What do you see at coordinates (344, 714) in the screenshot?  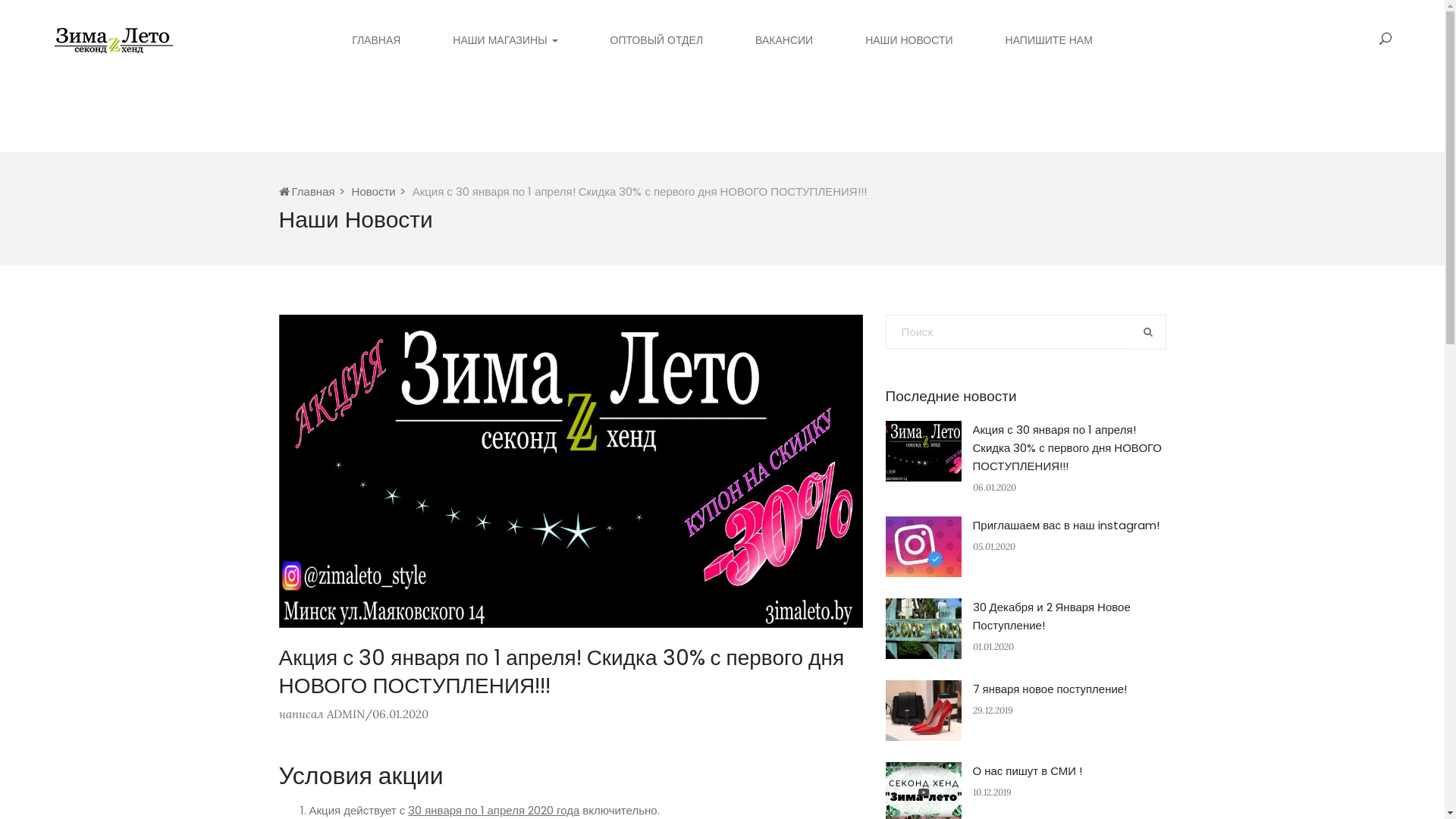 I see `'ADMIN'` at bounding box center [344, 714].